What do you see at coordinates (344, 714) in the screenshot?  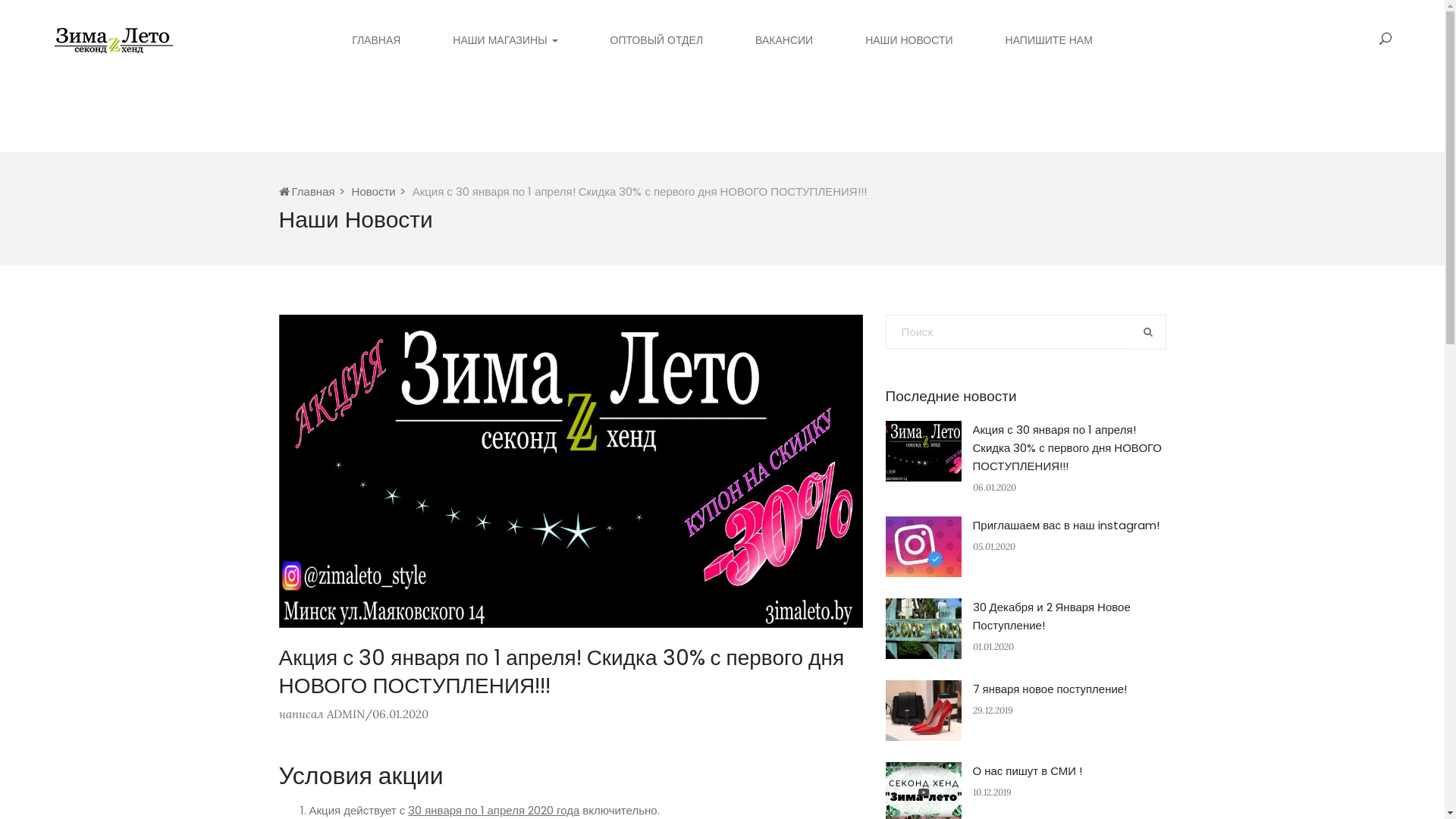 I see `'ADMIN'` at bounding box center [344, 714].